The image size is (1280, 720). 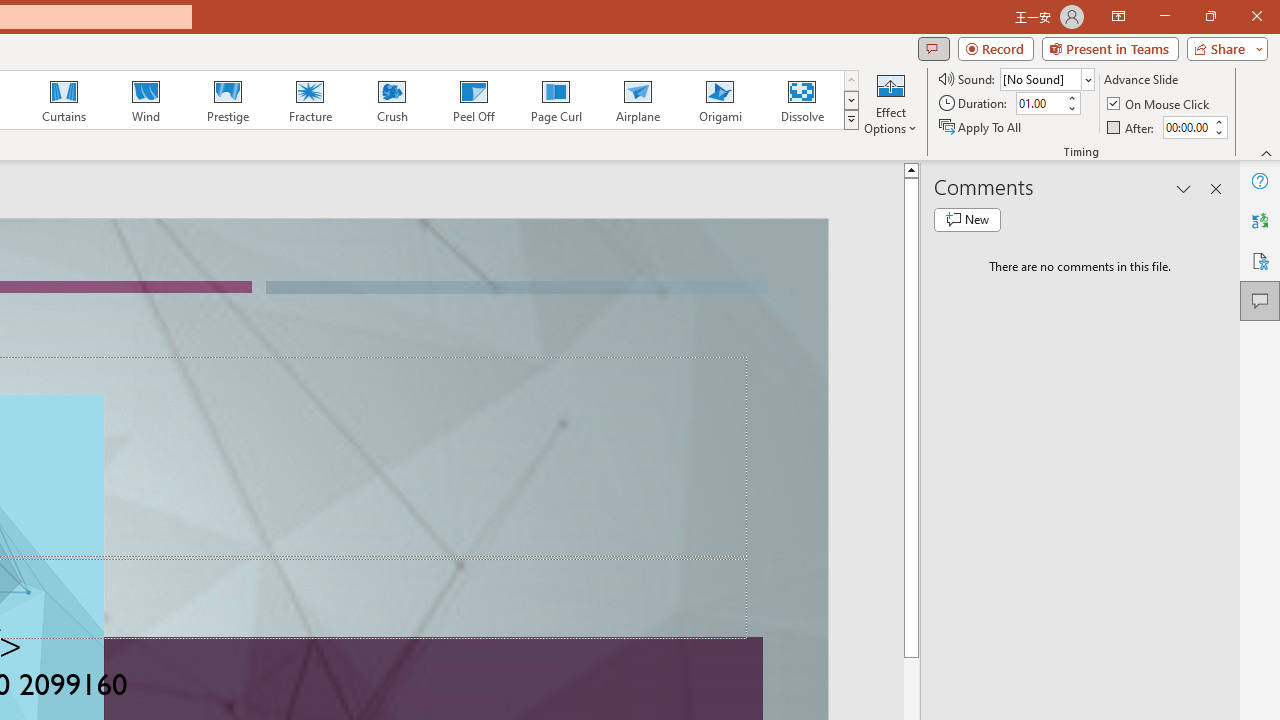 What do you see at coordinates (1217, 132) in the screenshot?
I see `'Less'` at bounding box center [1217, 132].